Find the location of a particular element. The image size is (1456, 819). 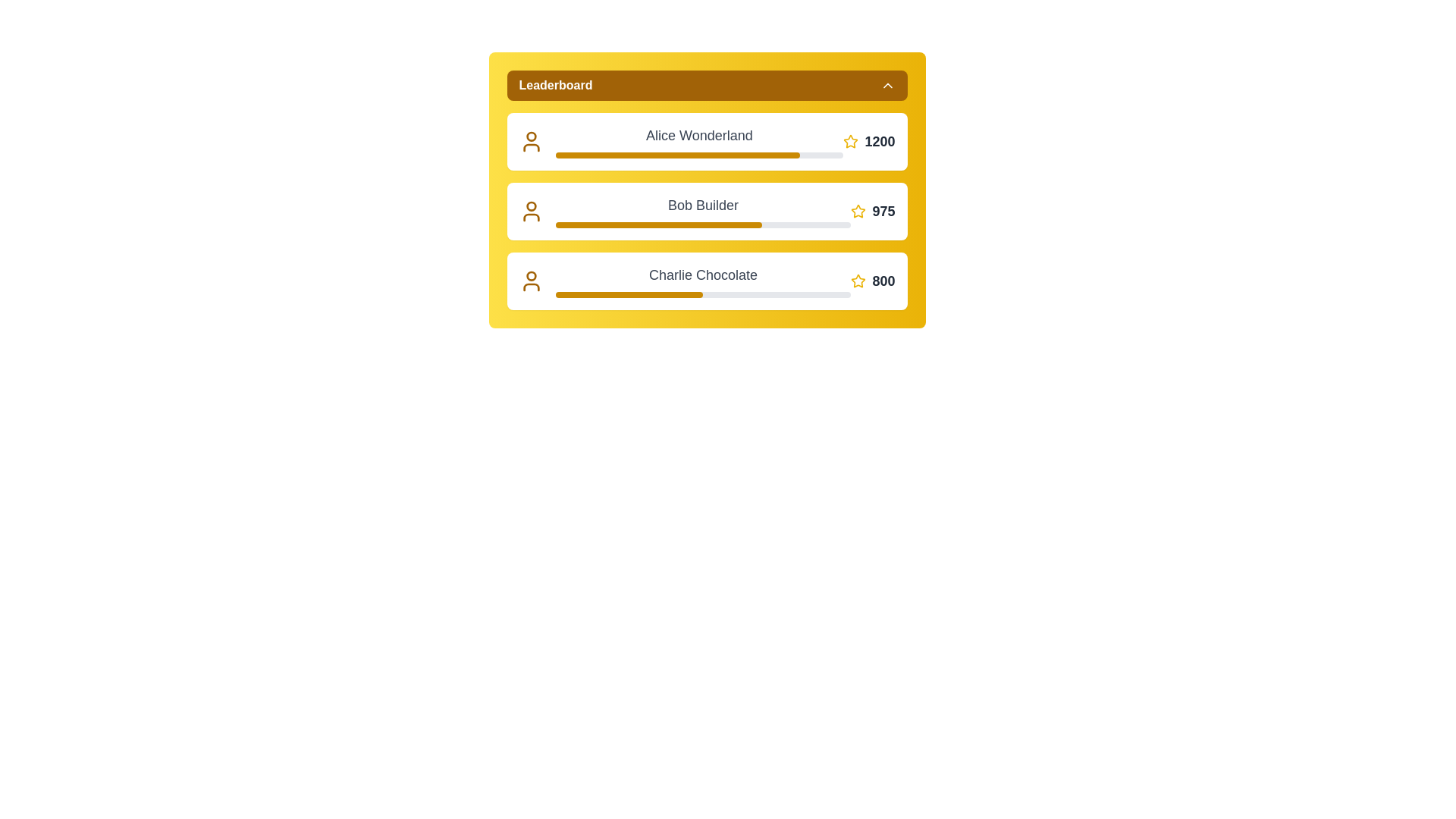

the SVG Circle Graphic representing the user profile icon next to 'Alice Wonderland' in the leaderboard UI is located at coordinates (531, 136).